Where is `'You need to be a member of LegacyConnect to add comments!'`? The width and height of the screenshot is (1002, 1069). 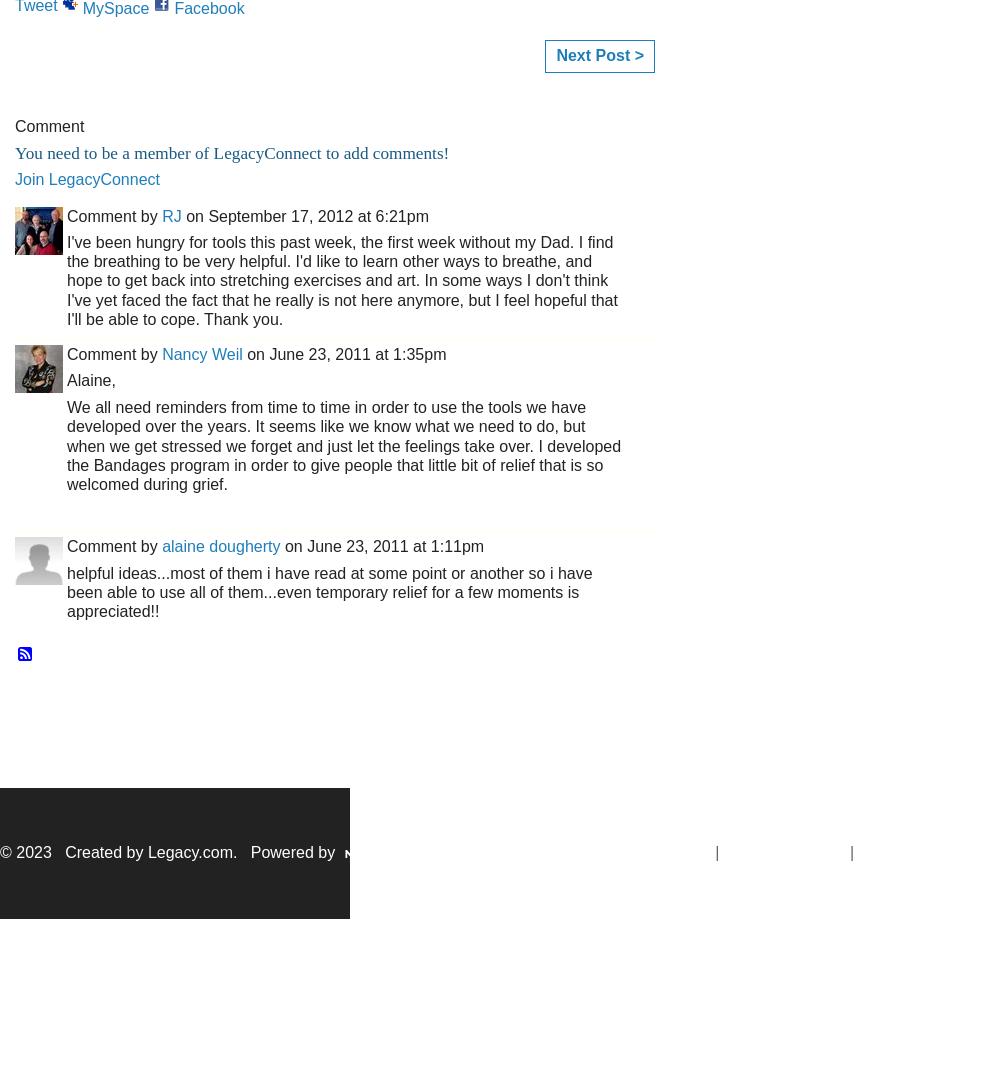 'You need to be a member of LegacyConnect to add comments!' is located at coordinates (15, 152).